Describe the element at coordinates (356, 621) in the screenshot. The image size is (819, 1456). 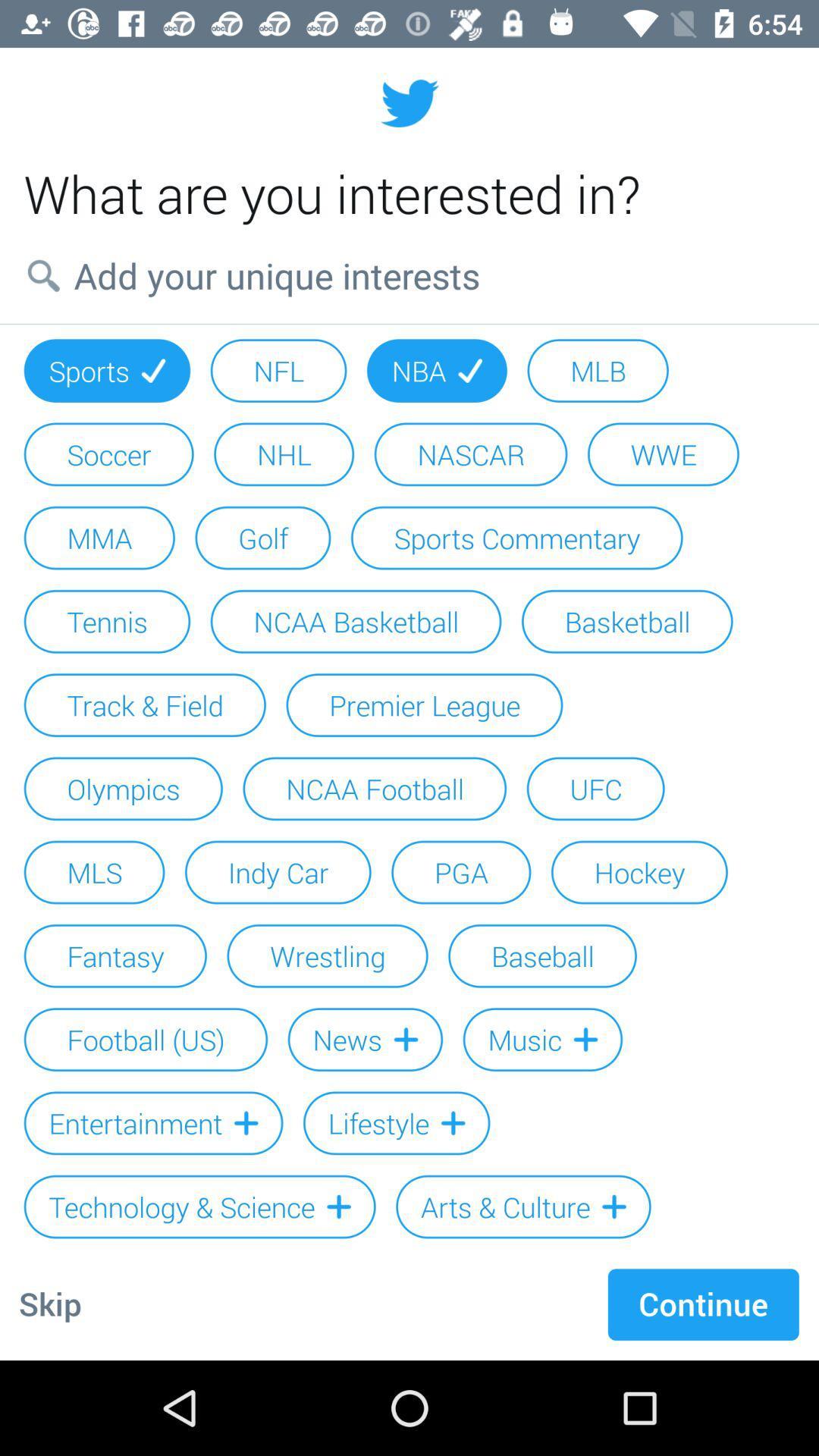
I see `the item above the track & field icon` at that location.